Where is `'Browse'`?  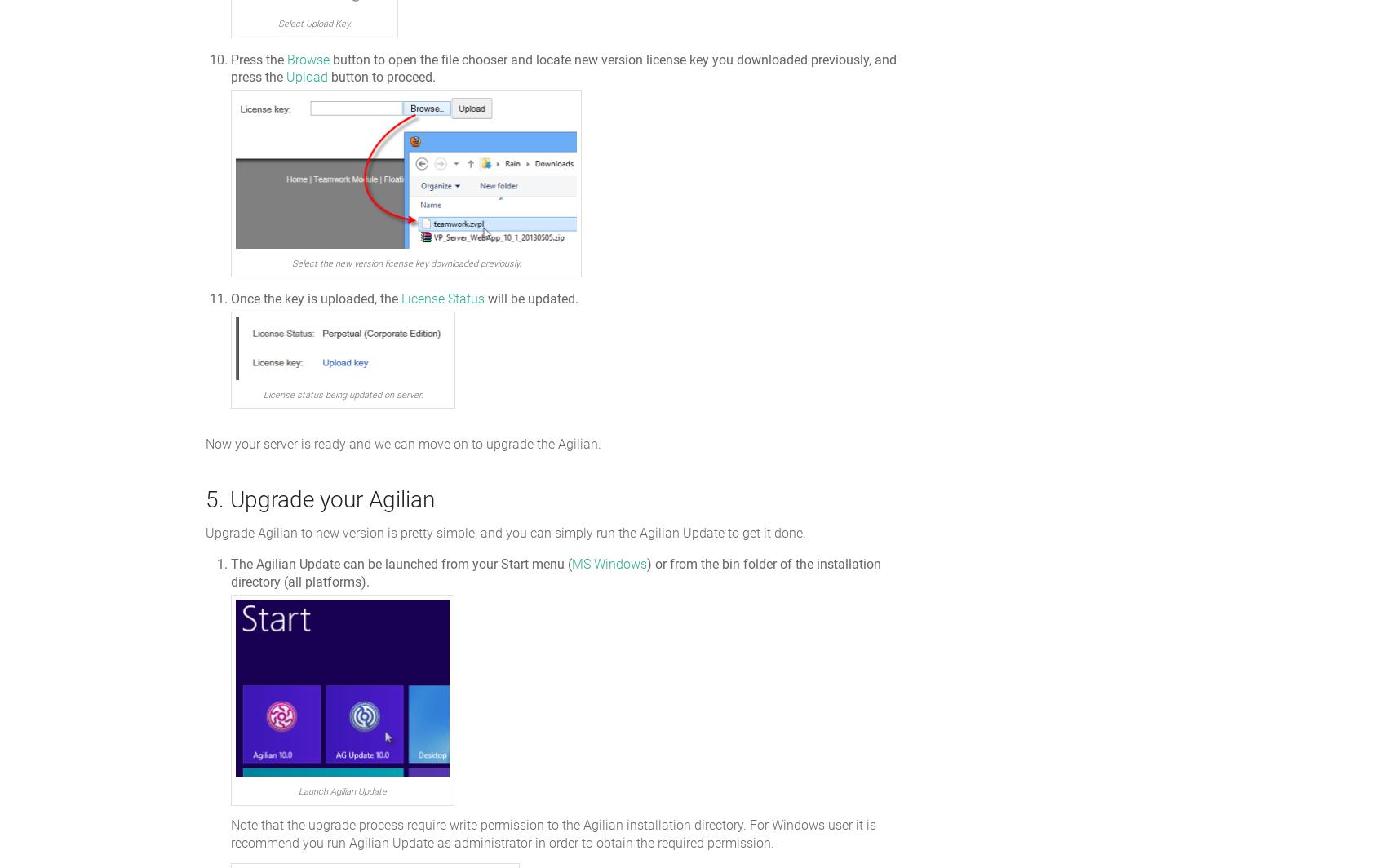
'Browse' is located at coordinates (308, 59).